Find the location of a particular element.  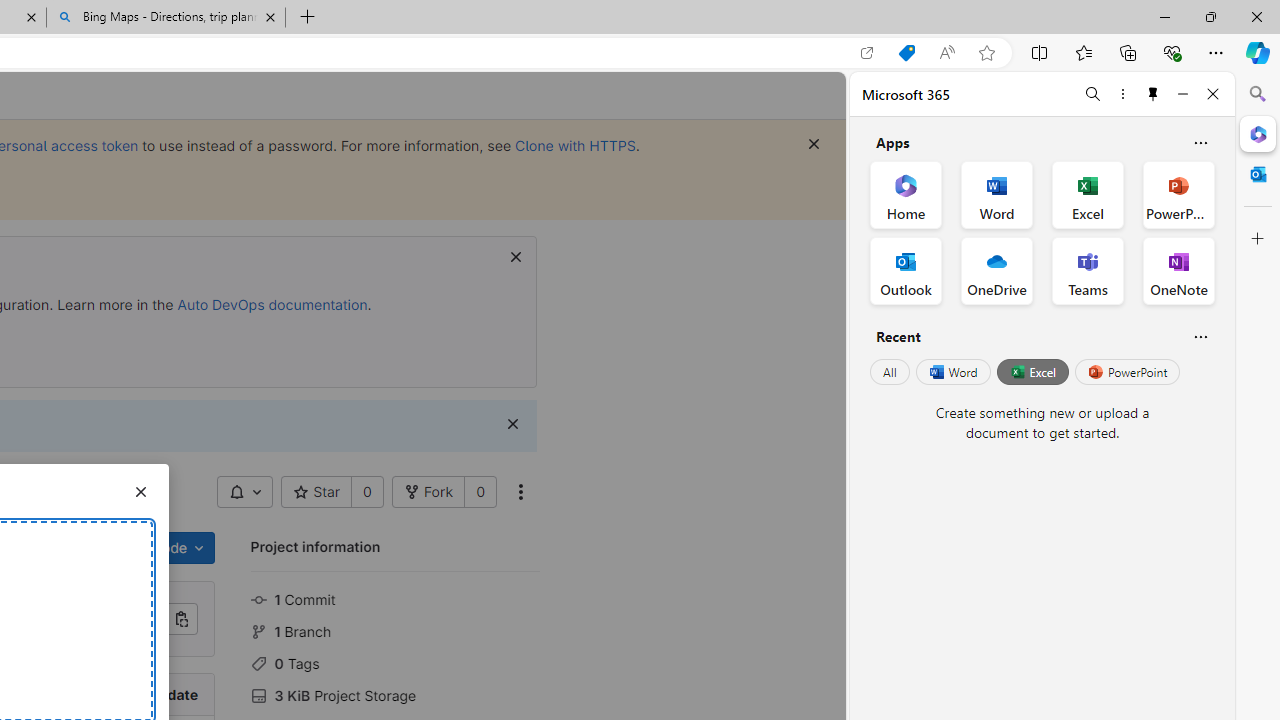

'Outlook Office App' is located at coordinates (905, 271).